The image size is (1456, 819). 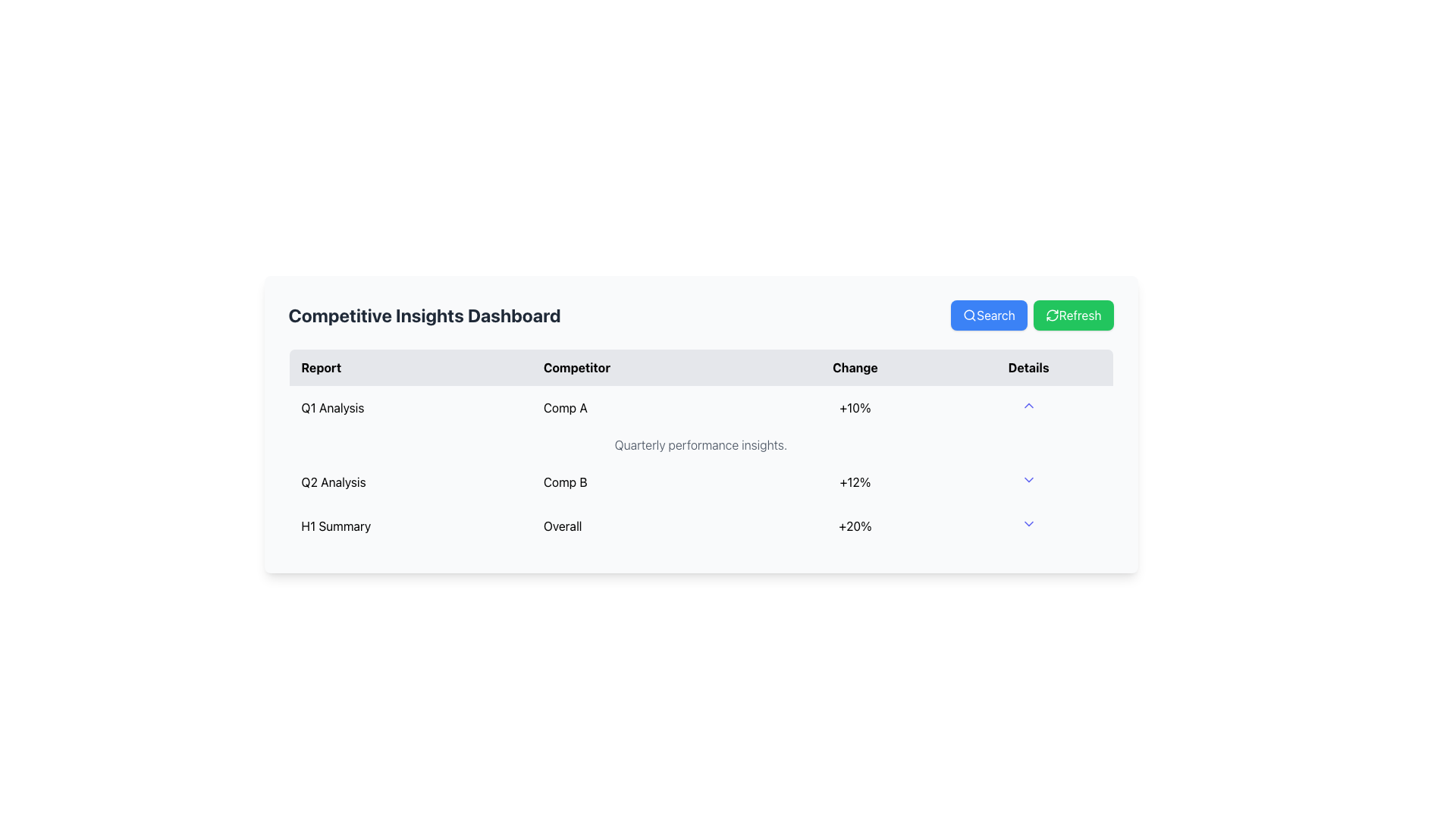 I want to click on the upward-facing chevron icon in the 'Details' column of the 'Q1 Analysis' row, so click(x=1028, y=406).